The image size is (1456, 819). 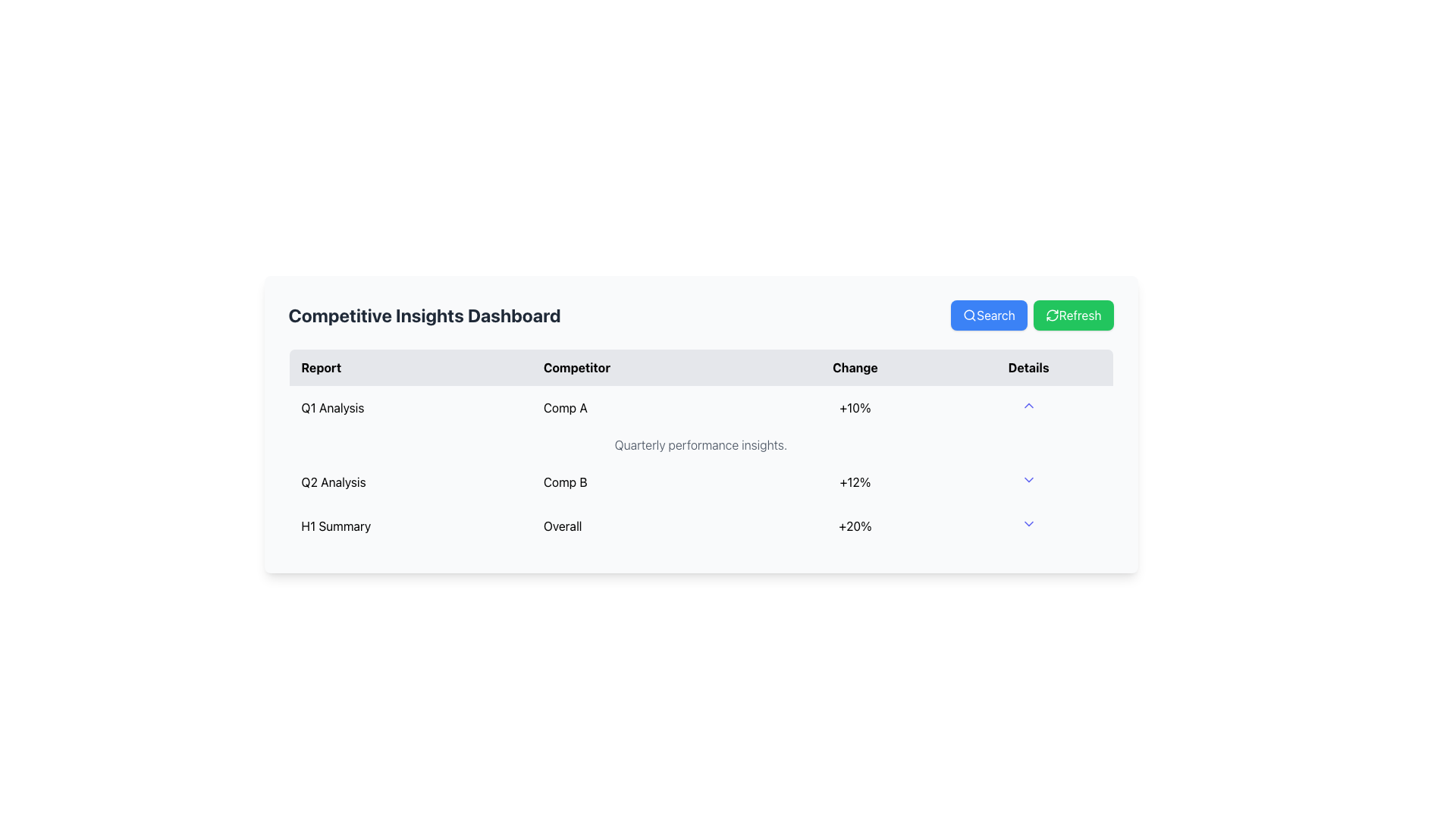 I want to click on the upward-facing chevron icon in the 'Details' column of the 'Q1 Analysis' row, so click(x=1028, y=406).